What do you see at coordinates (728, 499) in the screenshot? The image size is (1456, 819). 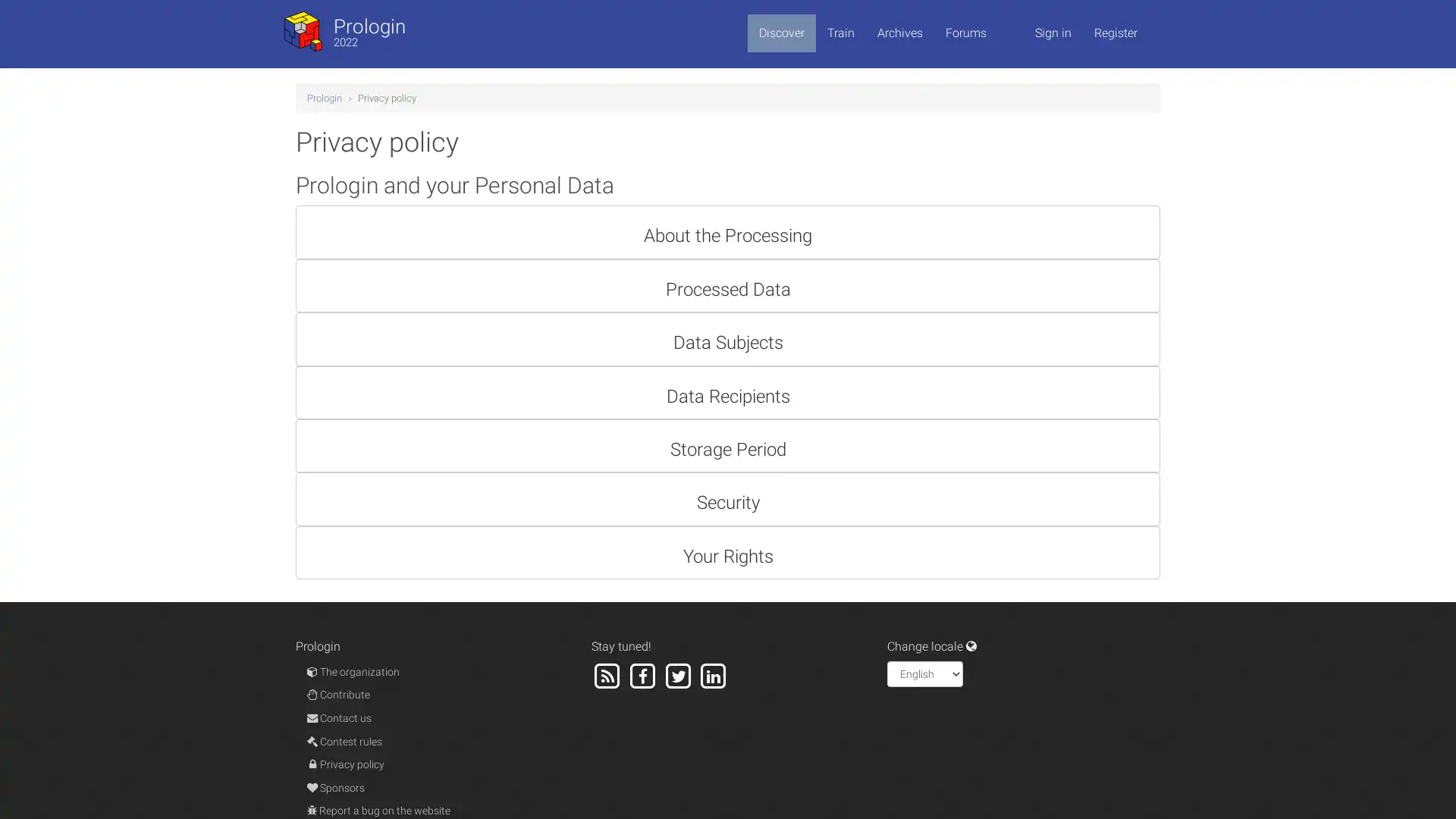 I see `Security` at bounding box center [728, 499].